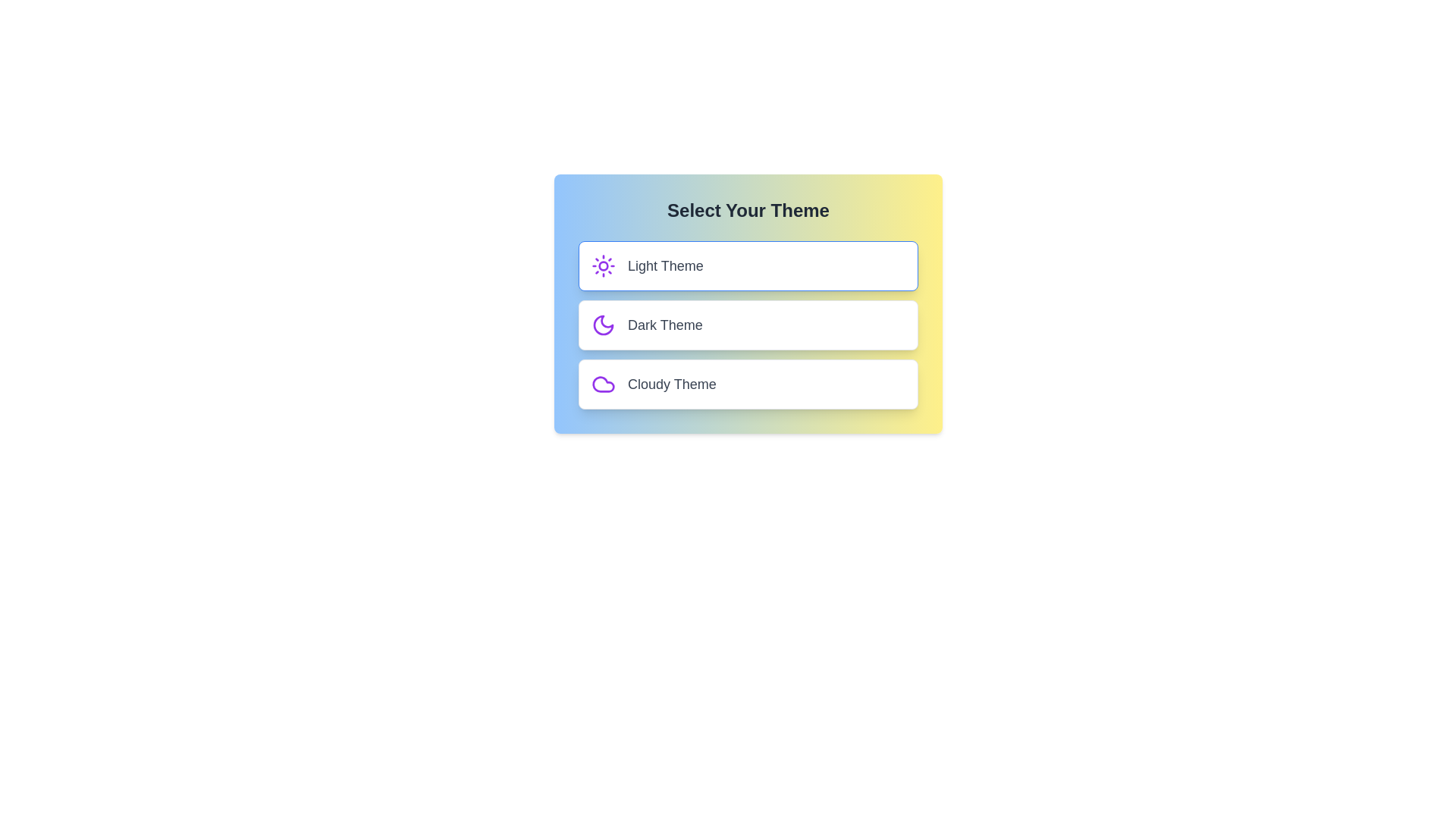 The height and width of the screenshot is (819, 1456). Describe the element at coordinates (603, 265) in the screenshot. I see `the circular icon representing the 'Light Theme' option, which is centrally positioned within the sun icon` at that location.